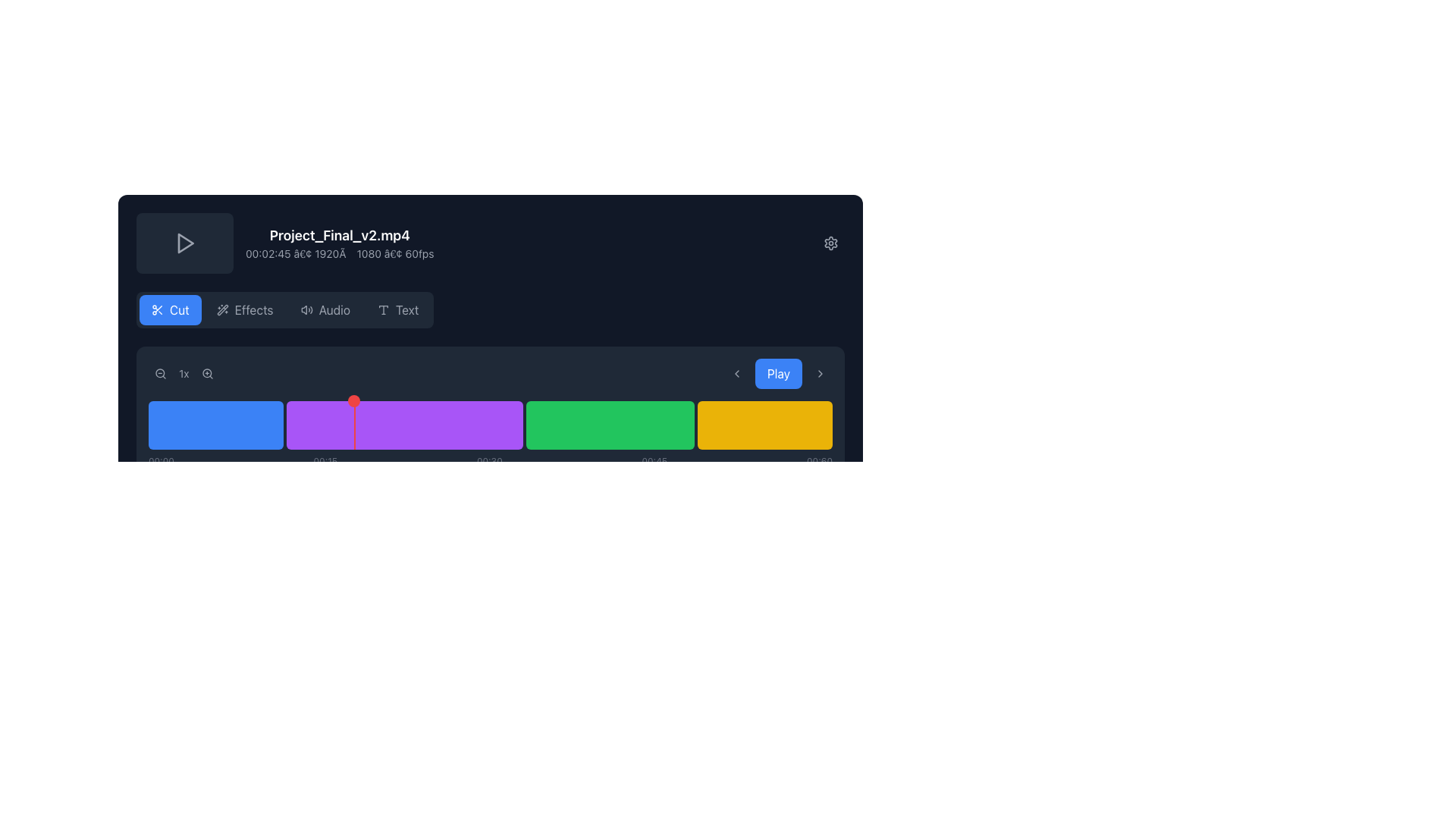  Describe the element at coordinates (491, 461) in the screenshot. I see `the horizontal sequence of timestamp labels for timeline navigation, located below the progress indicator and centered within the interface` at that location.